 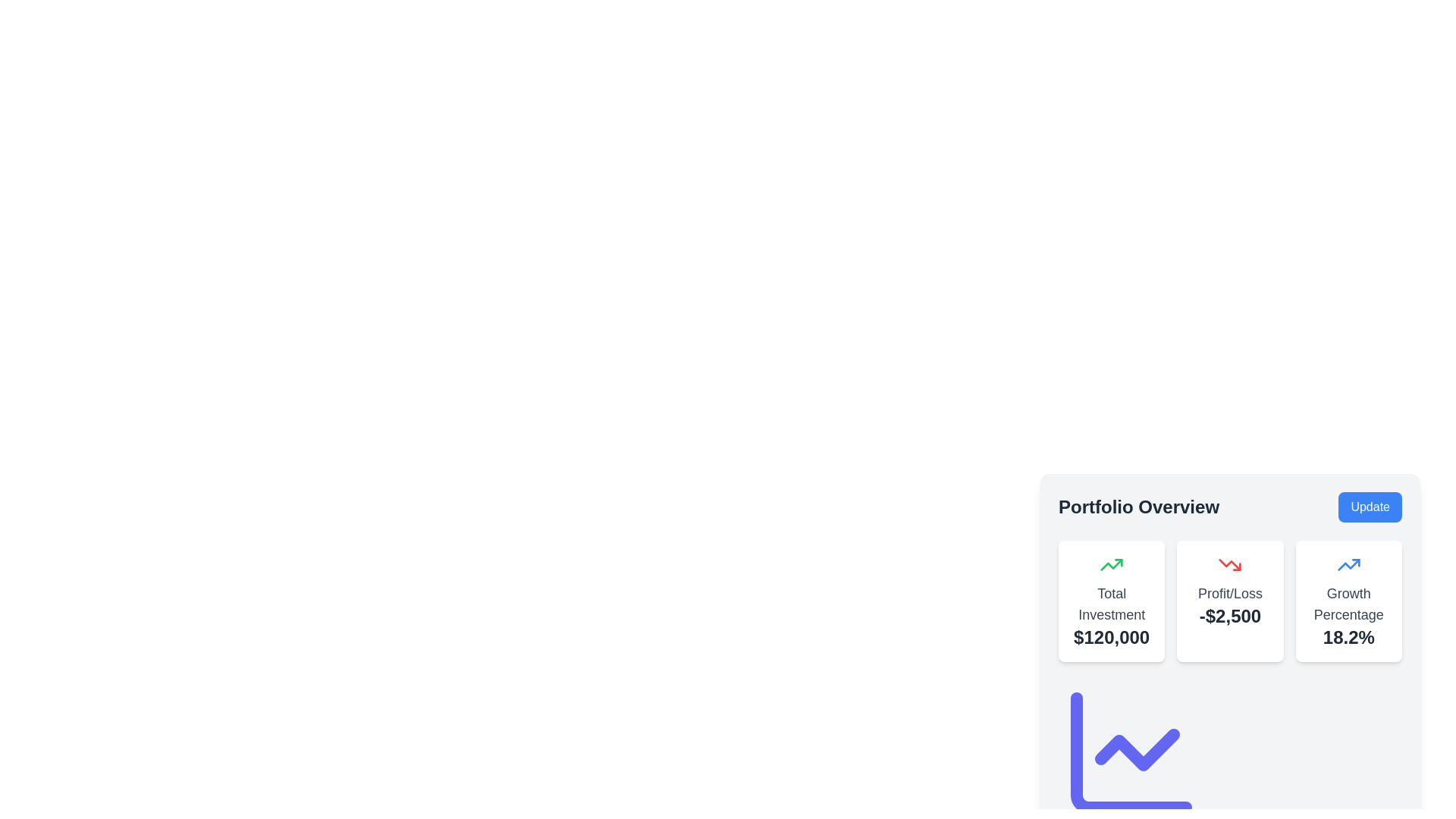 What do you see at coordinates (1112, 637) in the screenshot?
I see `total investment value displayed in the text display located in the card labeled 'Total Investment', centered below the label` at bounding box center [1112, 637].